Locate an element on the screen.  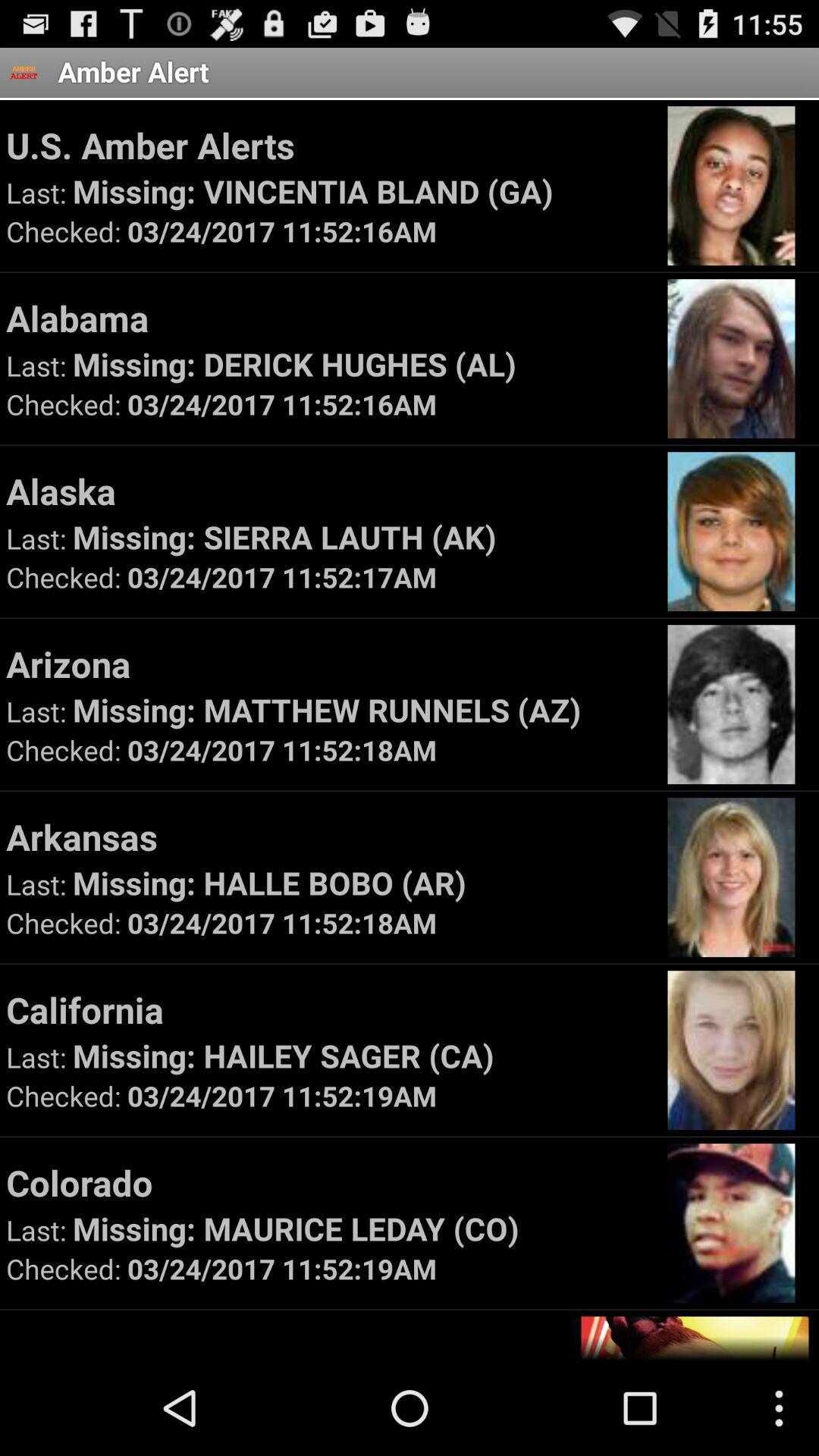
arkansas is located at coordinates (329, 836).